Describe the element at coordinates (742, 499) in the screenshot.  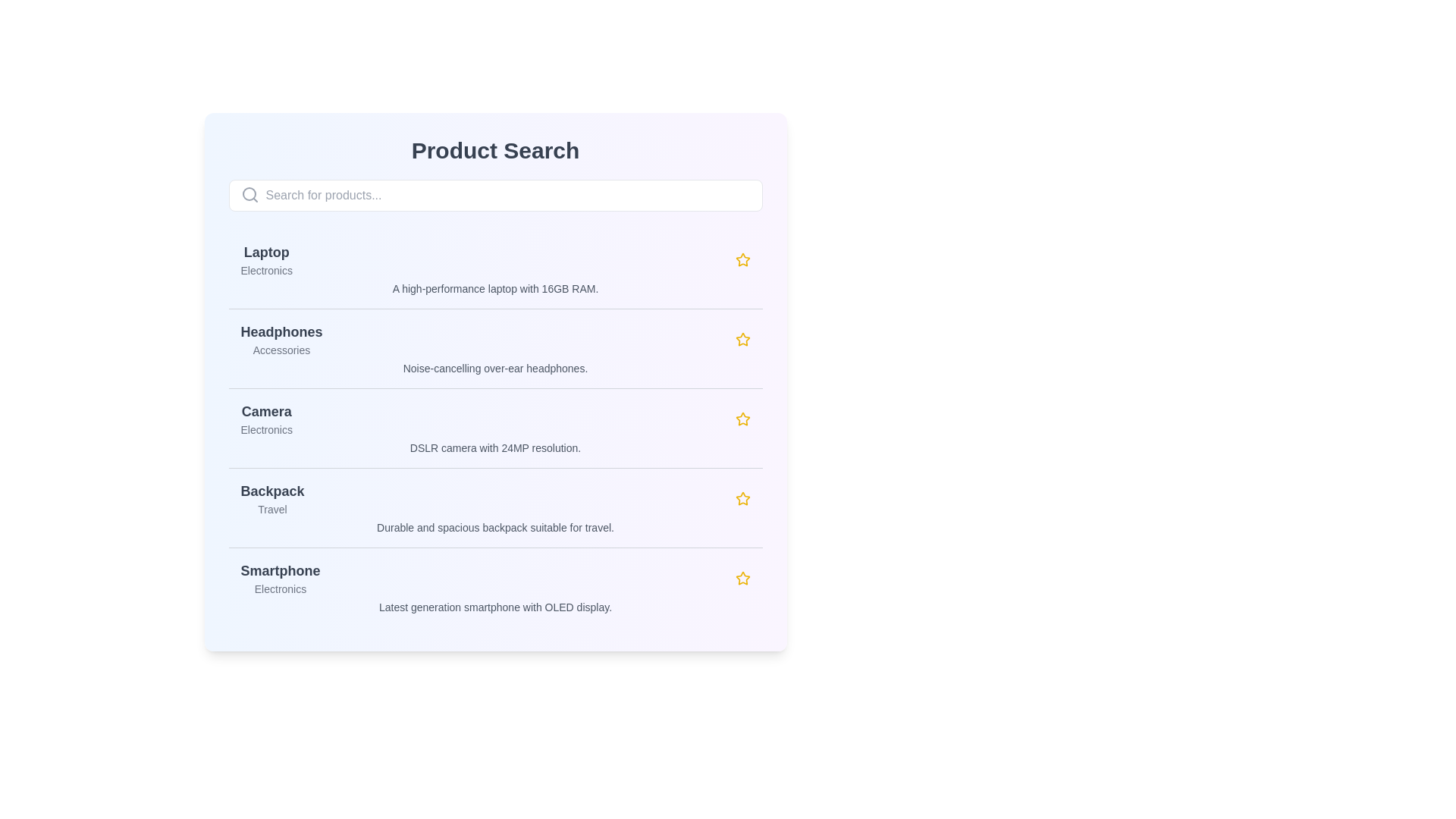
I see `the fourth star icon, which is gold-colored and outlined, located to the right of the 'BackpackTravel' entry, to mark it` at that location.